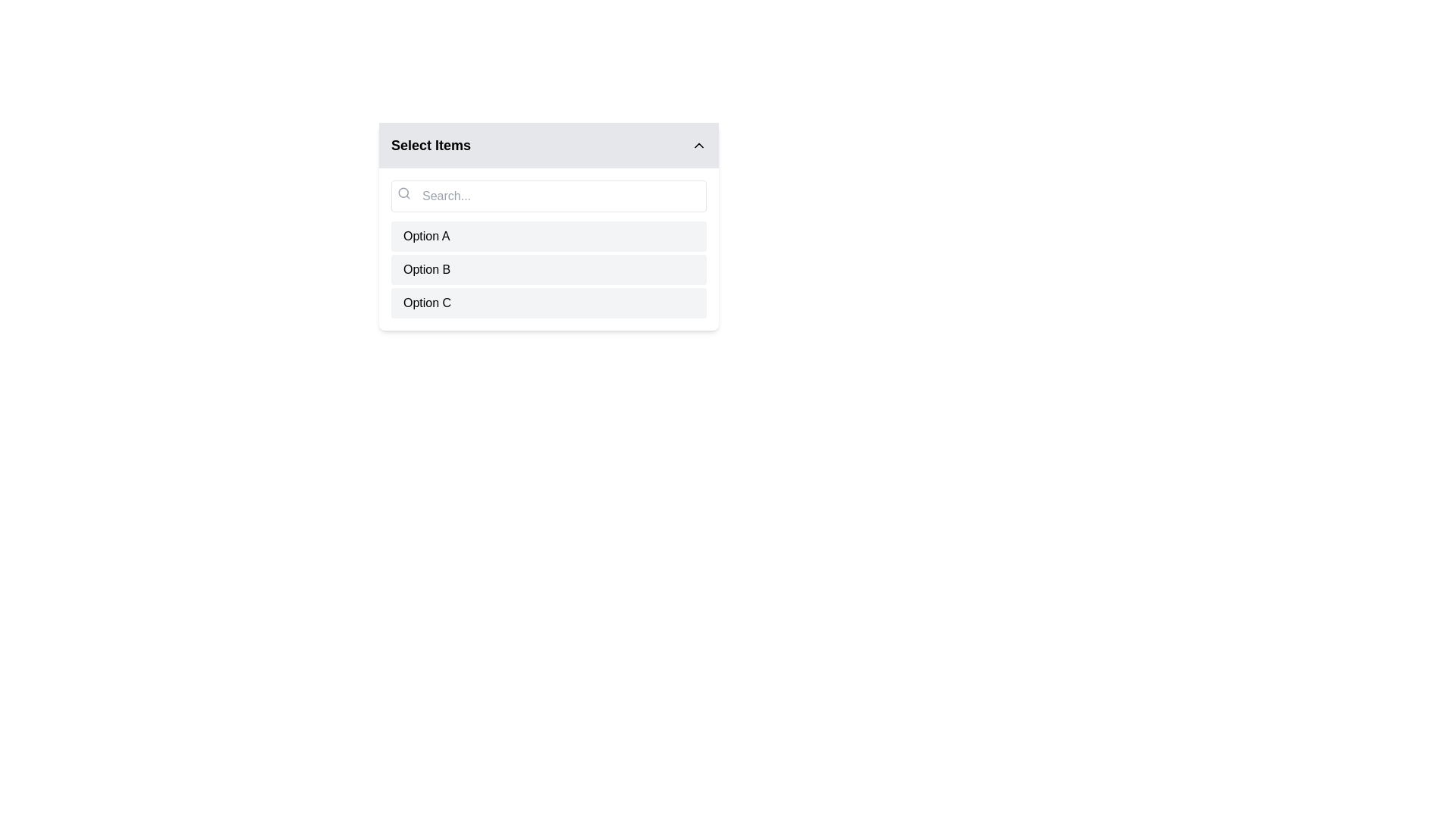 The height and width of the screenshot is (819, 1456). What do you see at coordinates (548, 268) in the screenshot?
I see `the second item in a list of selectable options, which is centrally positioned under a search field` at bounding box center [548, 268].